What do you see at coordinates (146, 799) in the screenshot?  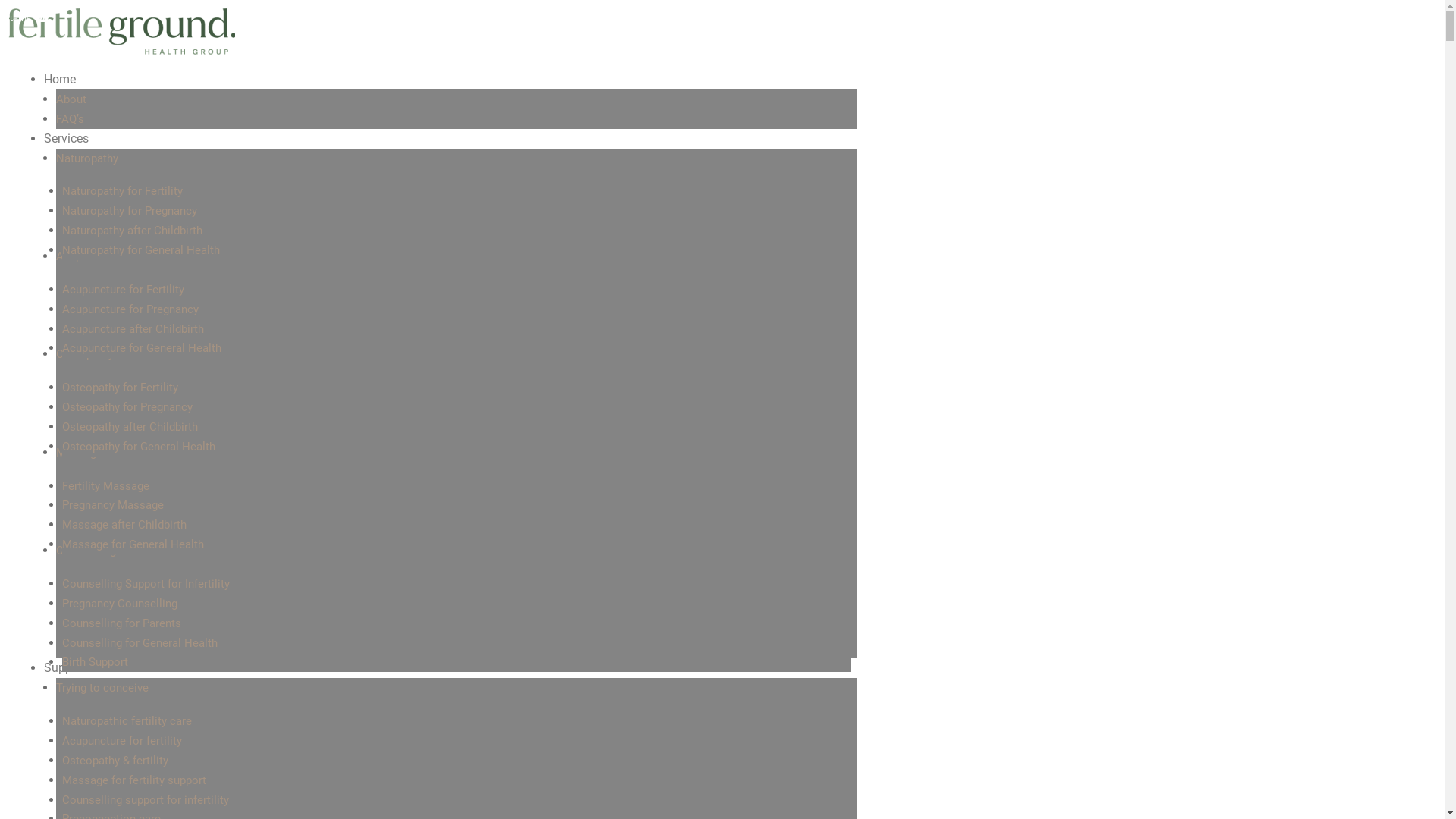 I see `'Counselling support for infertility'` at bounding box center [146, 799].